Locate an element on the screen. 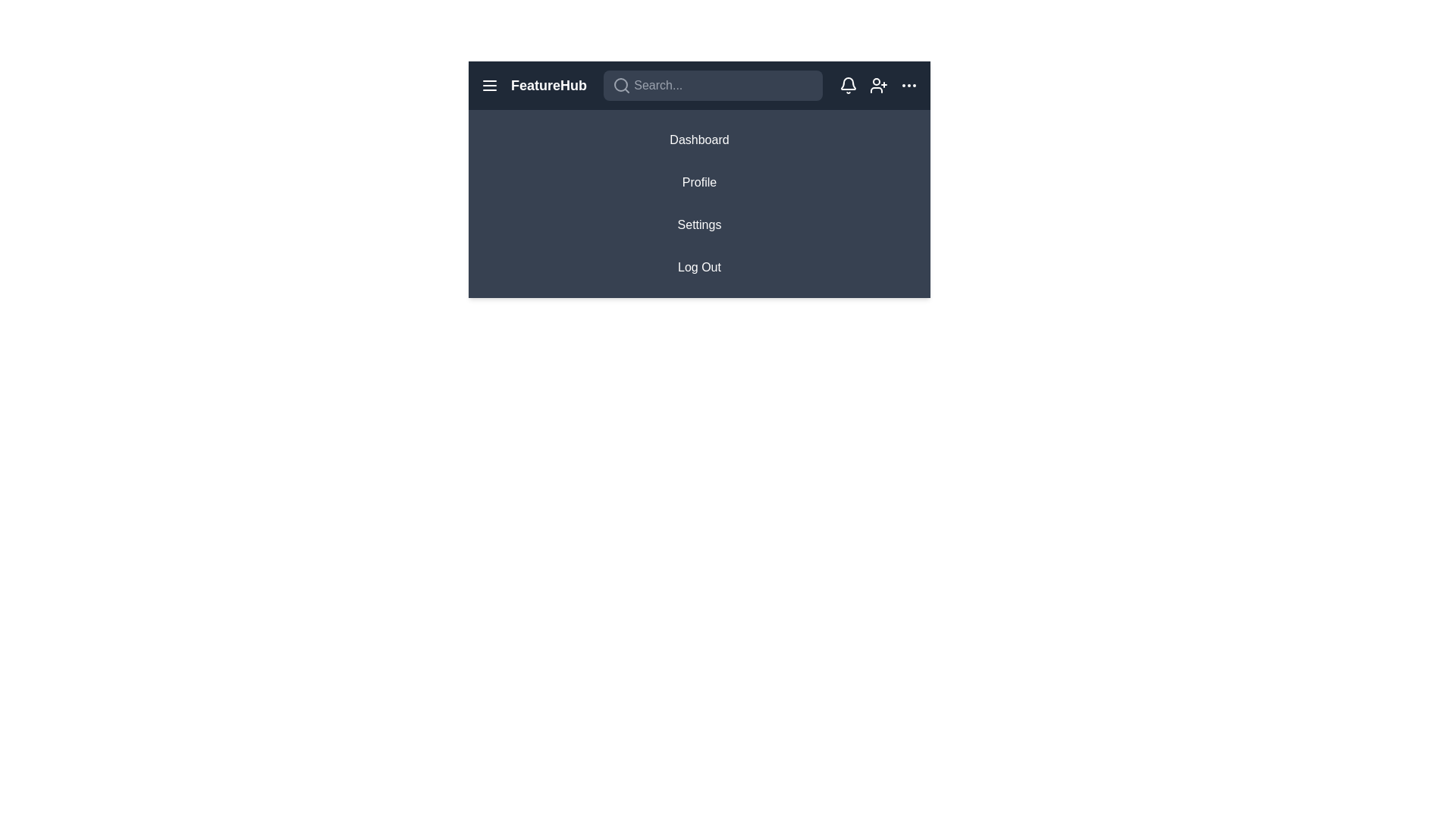  the 'Log Out' button, which is a rectangular button with white text on a dark background and rounded edges, located beneath the 'Settings' button in a vertical list is located at coordinates (698, 267).